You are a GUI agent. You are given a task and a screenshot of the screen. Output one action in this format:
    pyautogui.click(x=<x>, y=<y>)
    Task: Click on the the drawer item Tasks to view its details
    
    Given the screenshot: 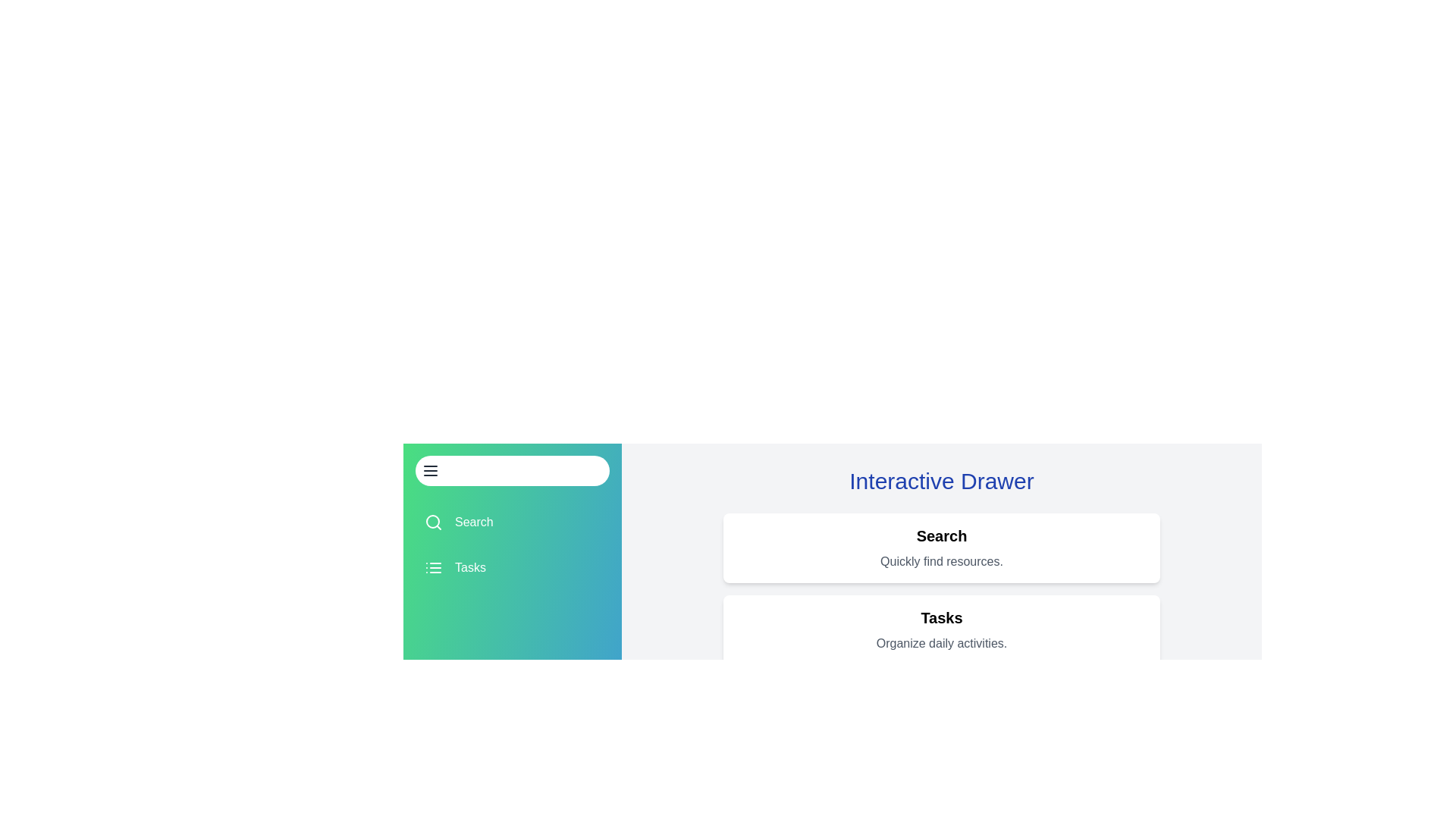 What is the action you would take?
    pyautogui.click(x=513, y=567)
    